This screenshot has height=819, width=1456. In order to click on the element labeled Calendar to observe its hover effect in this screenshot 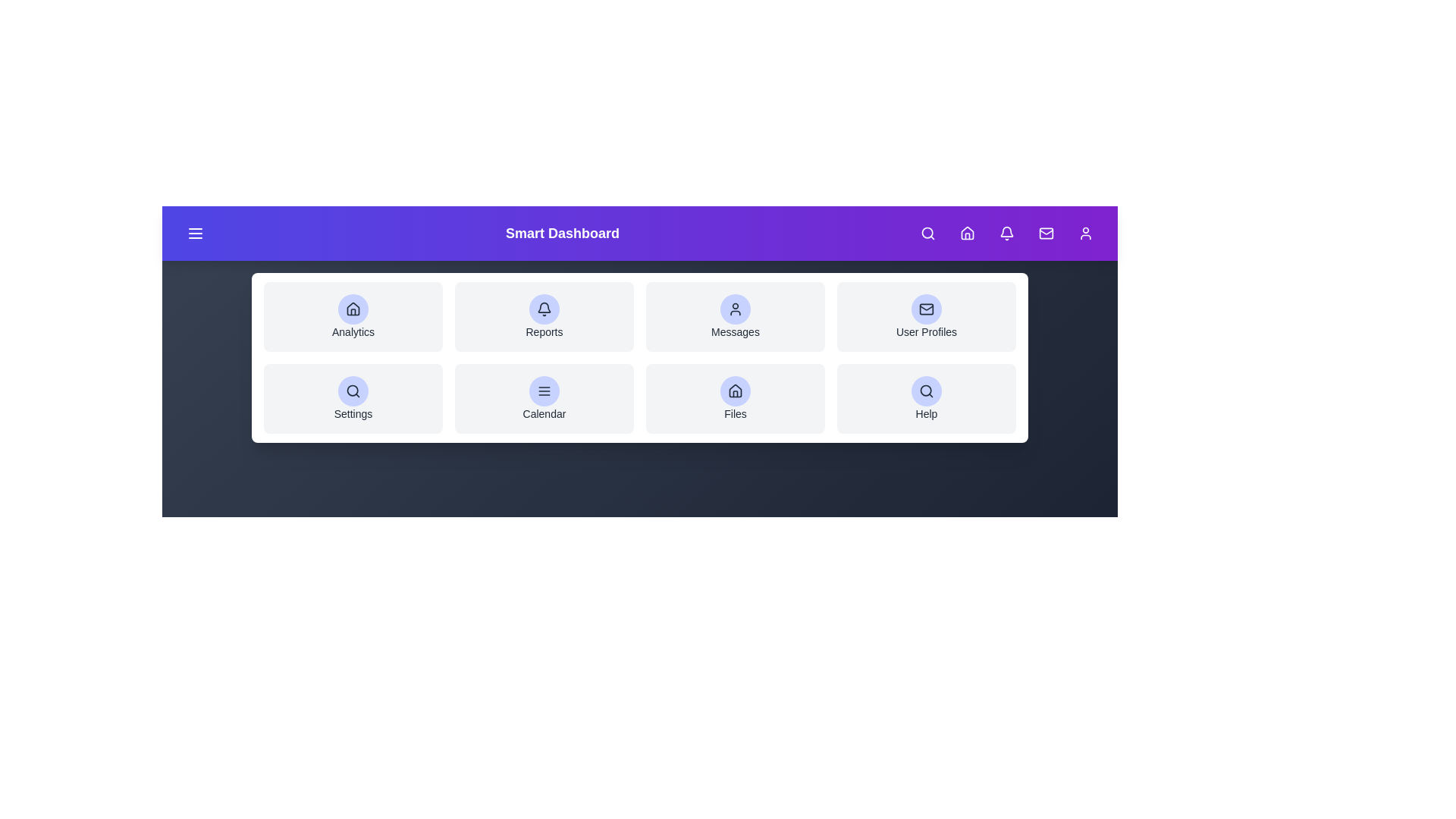, I will do `click(544, 397)`.